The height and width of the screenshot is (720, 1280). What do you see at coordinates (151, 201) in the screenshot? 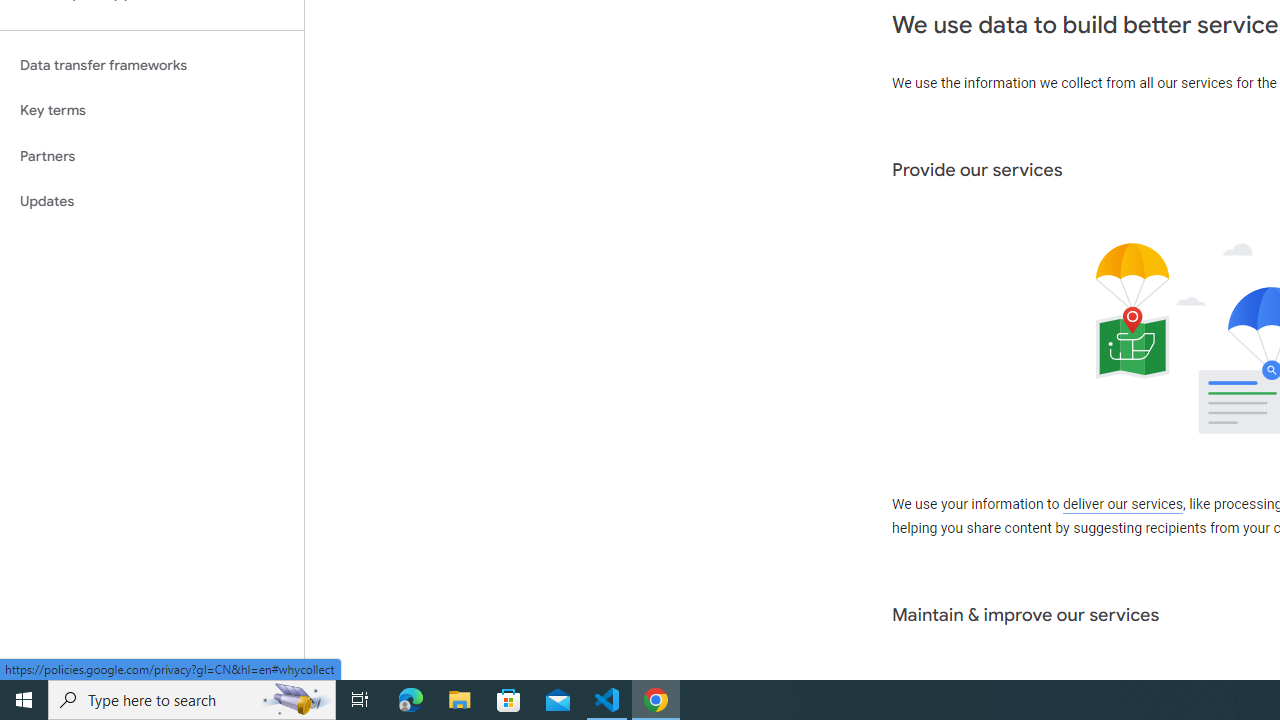
I see `'Updates'` at bounding box center [151, 201].